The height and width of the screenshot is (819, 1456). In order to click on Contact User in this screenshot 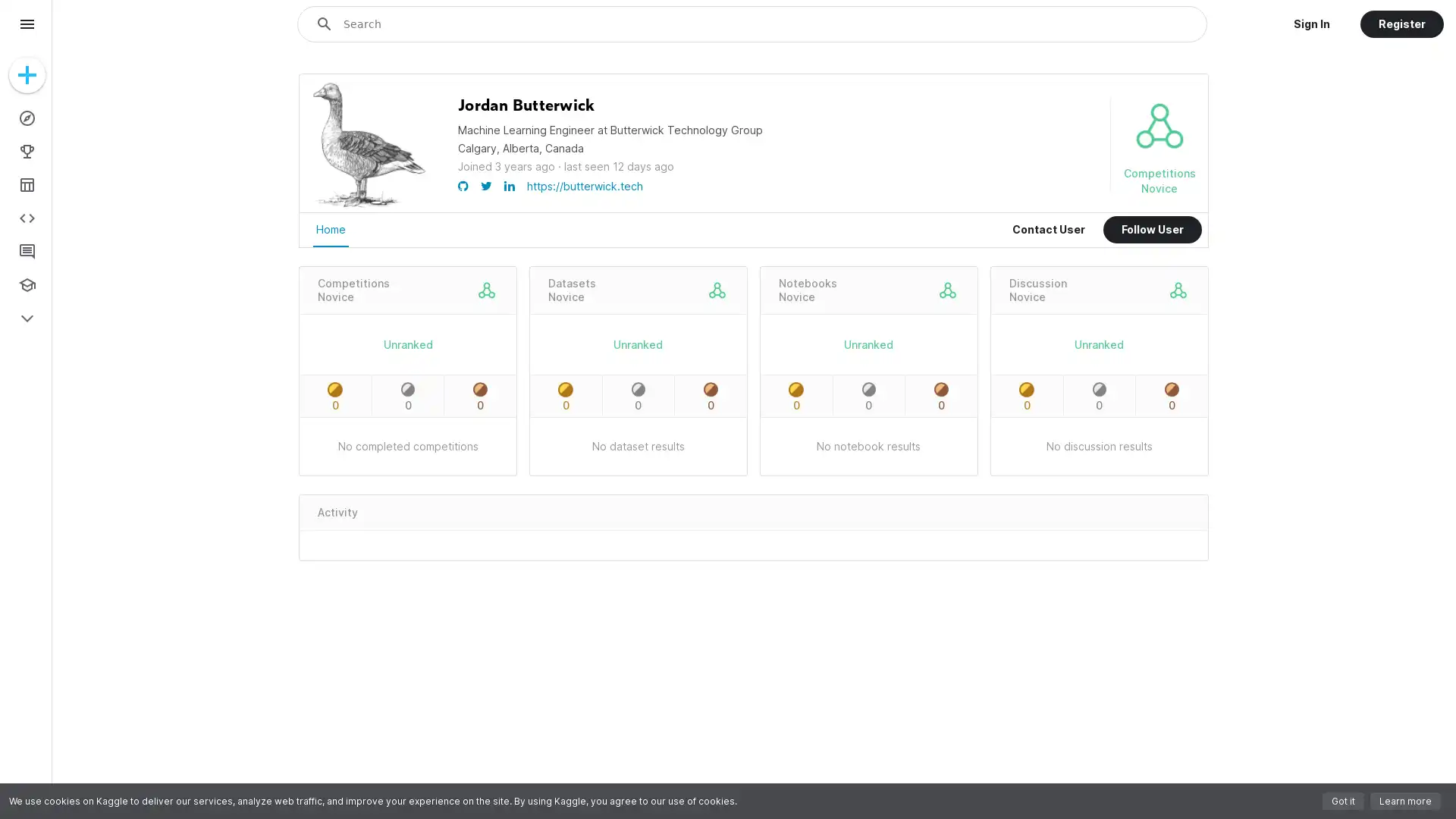, I will do `click(1047, 230)`.